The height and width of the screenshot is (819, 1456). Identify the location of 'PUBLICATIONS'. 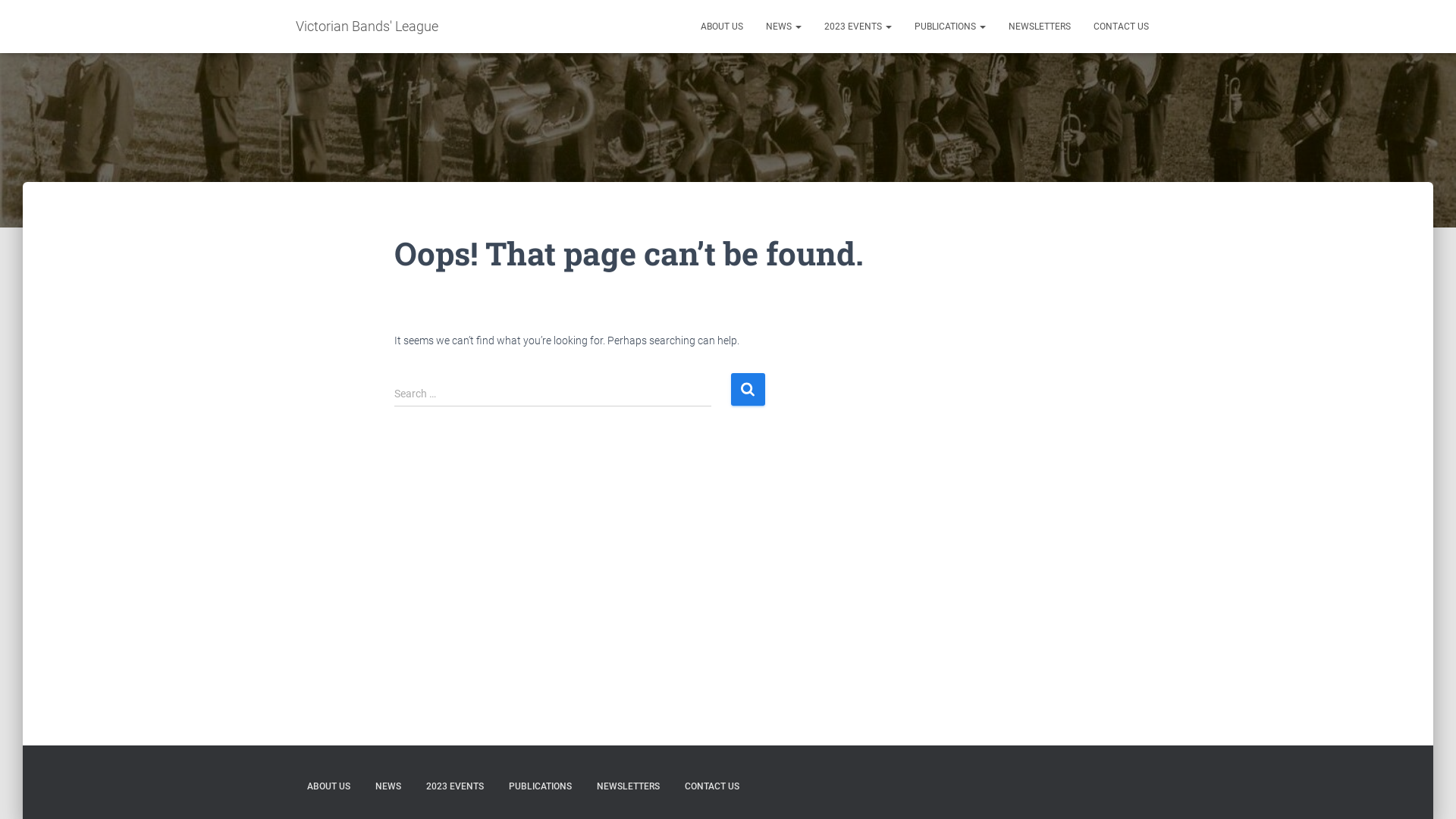
(949, 26).